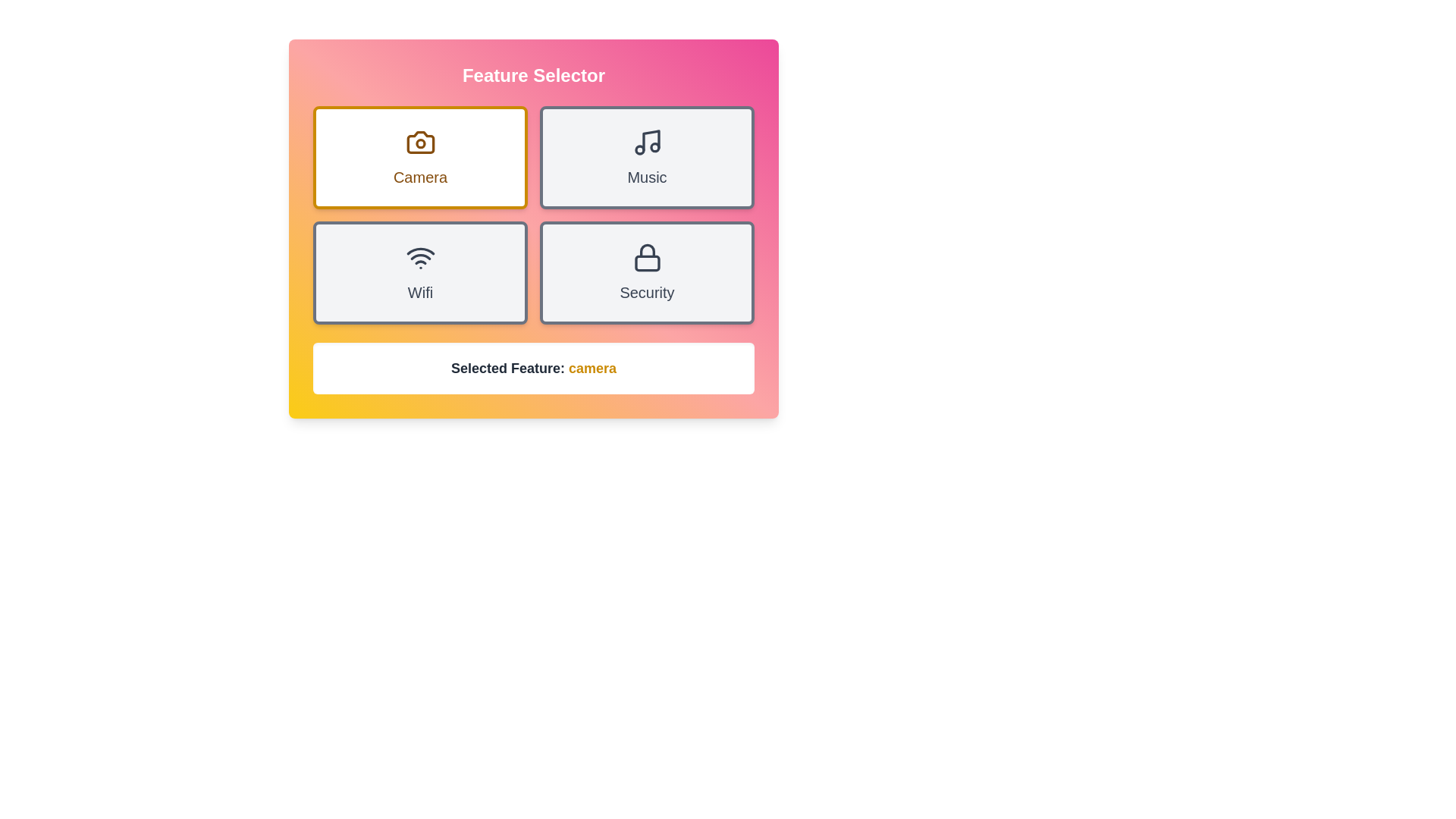 The image size is (1456, 819). Describe the element at coordinates (654, 147) in the screenshot. I see `the rightmost circular Decorative Icon Element within the 'Music' card located in the top-right quadrant of the interface` at that location.